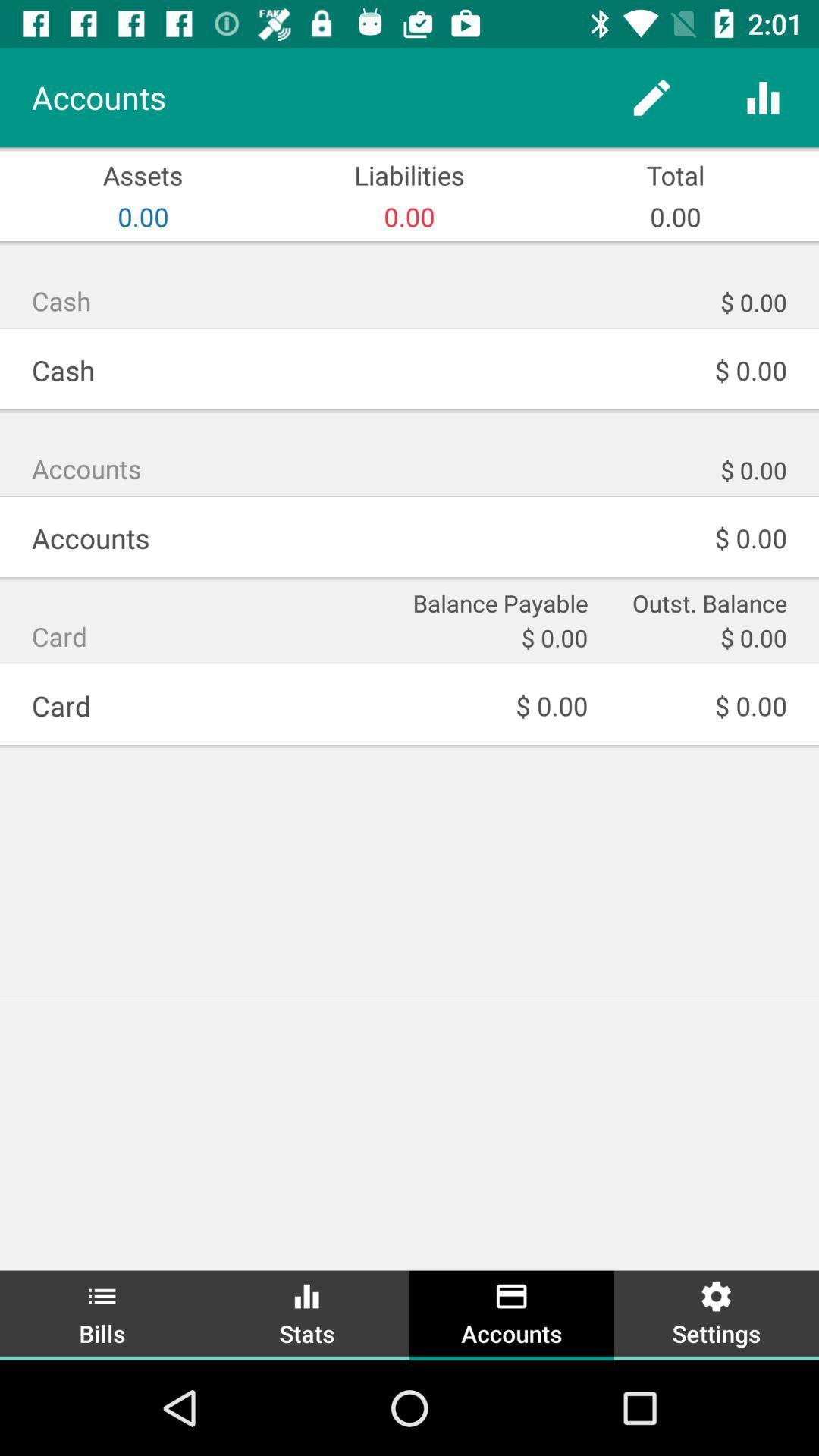 This screenshot has width=819, height=1456. I want to click on item next to the accounts, so click(307, 1313).